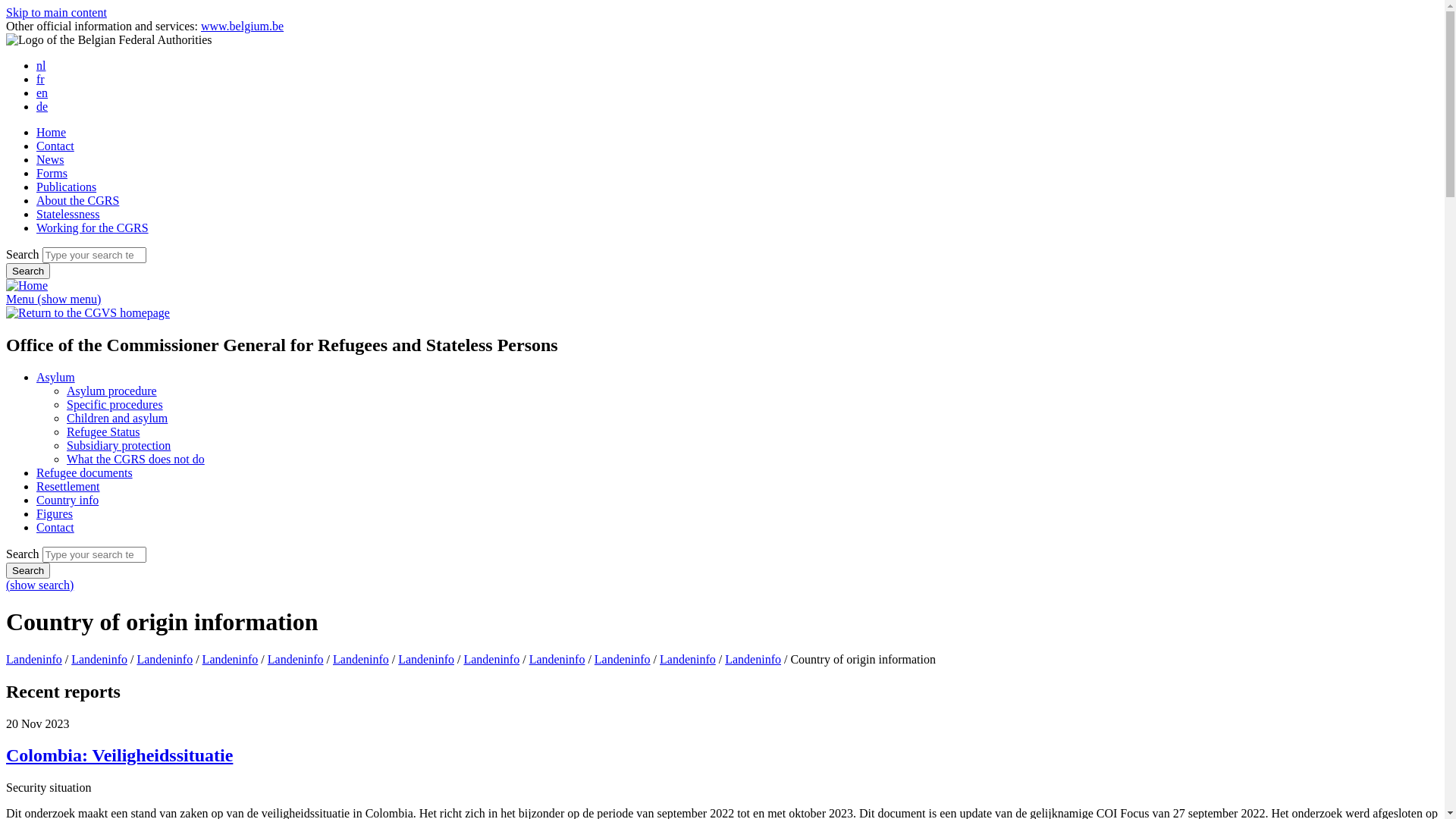 The height and width of the screenshot is (819, 1456). Describe the element at coordinates (53, 299) in the screenshot. I see `'Menu (show menu)'` at that location.